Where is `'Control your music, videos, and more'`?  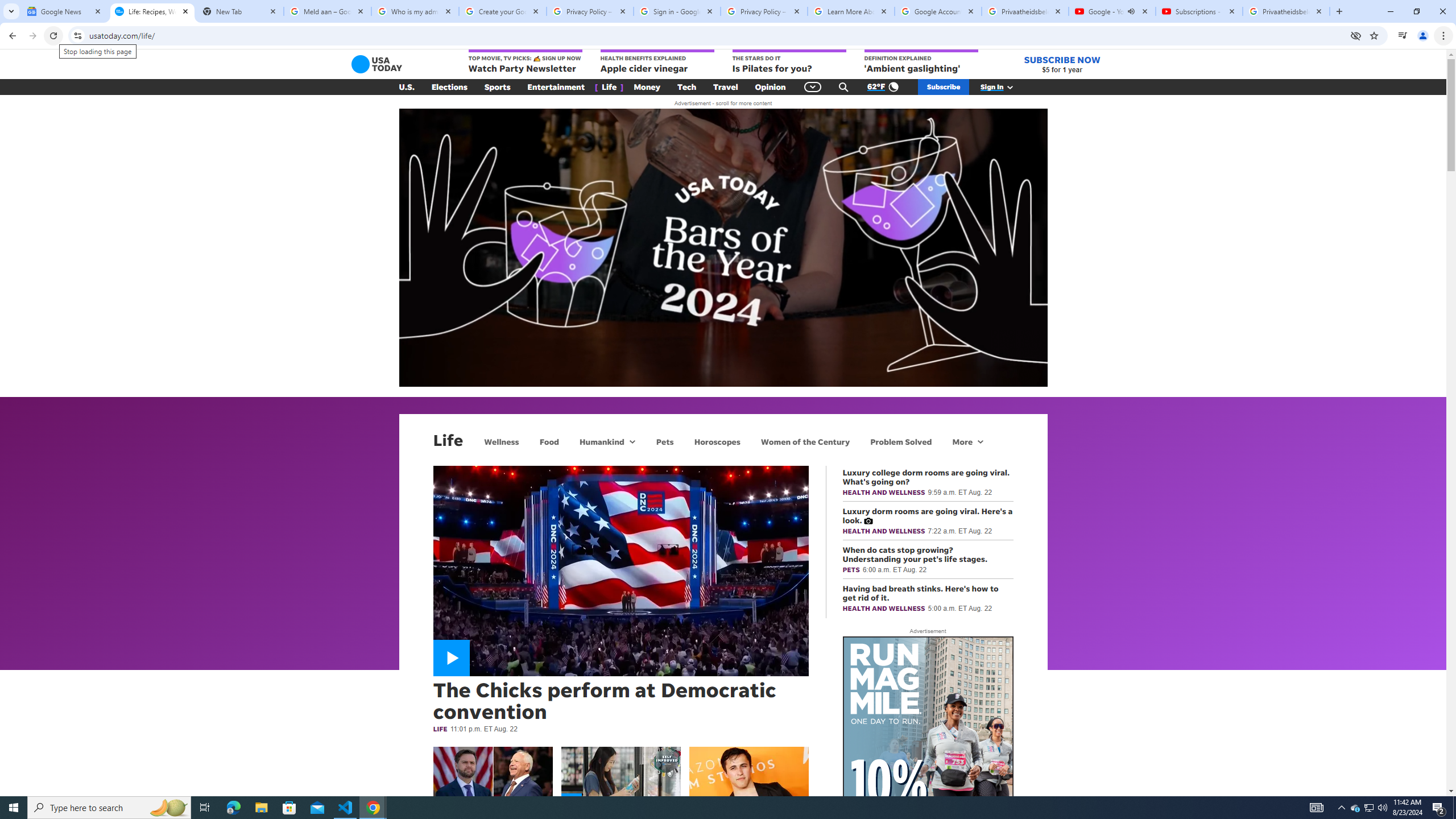
'Control your music, videos, and more' is located at coordinates (1403, 35).